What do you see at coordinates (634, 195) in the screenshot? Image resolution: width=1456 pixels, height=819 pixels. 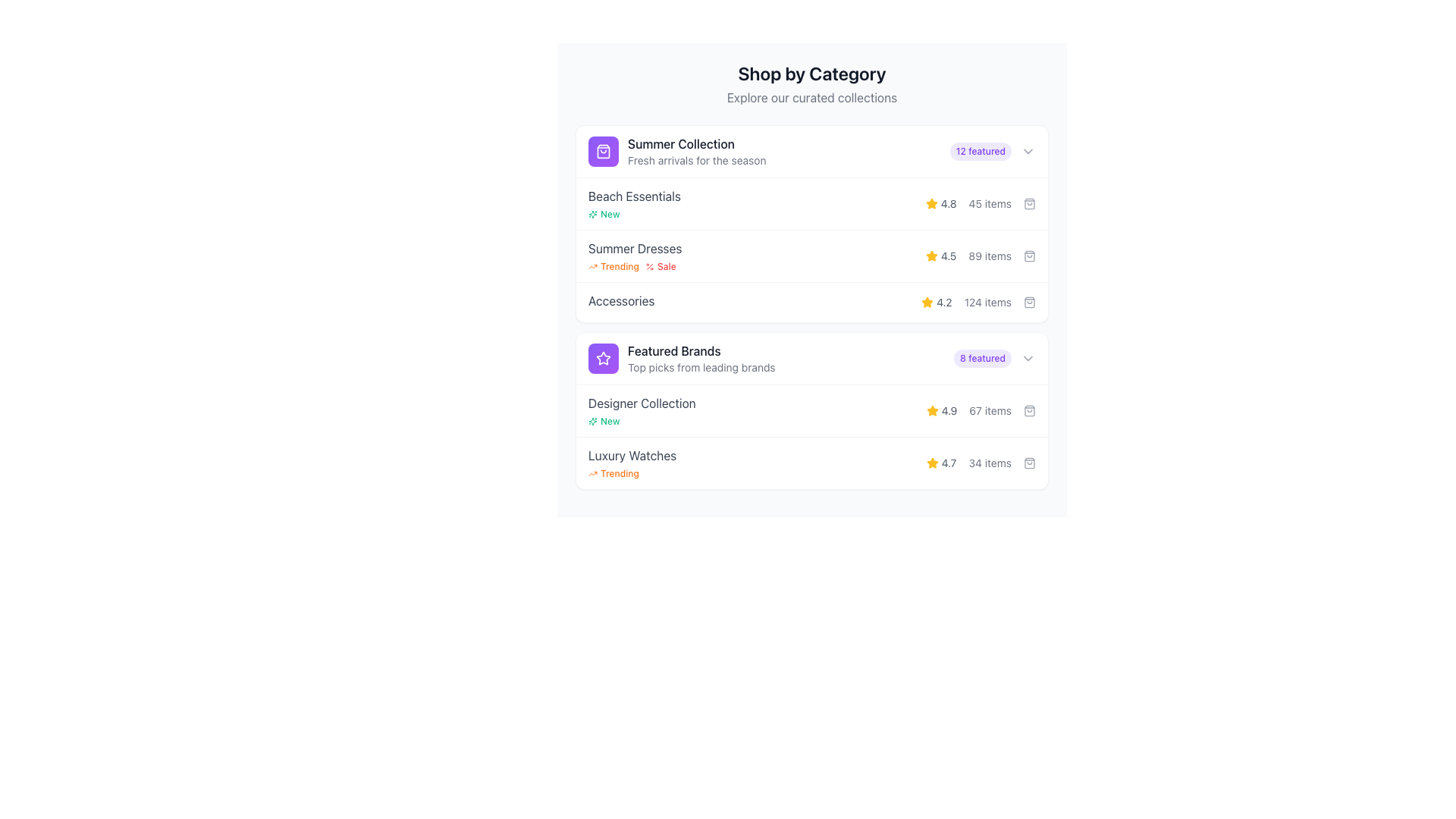 I see `the Text Label representing a category in the 'Summer Collection' section, located above the label 'New'` at bounding box center [634, 195].